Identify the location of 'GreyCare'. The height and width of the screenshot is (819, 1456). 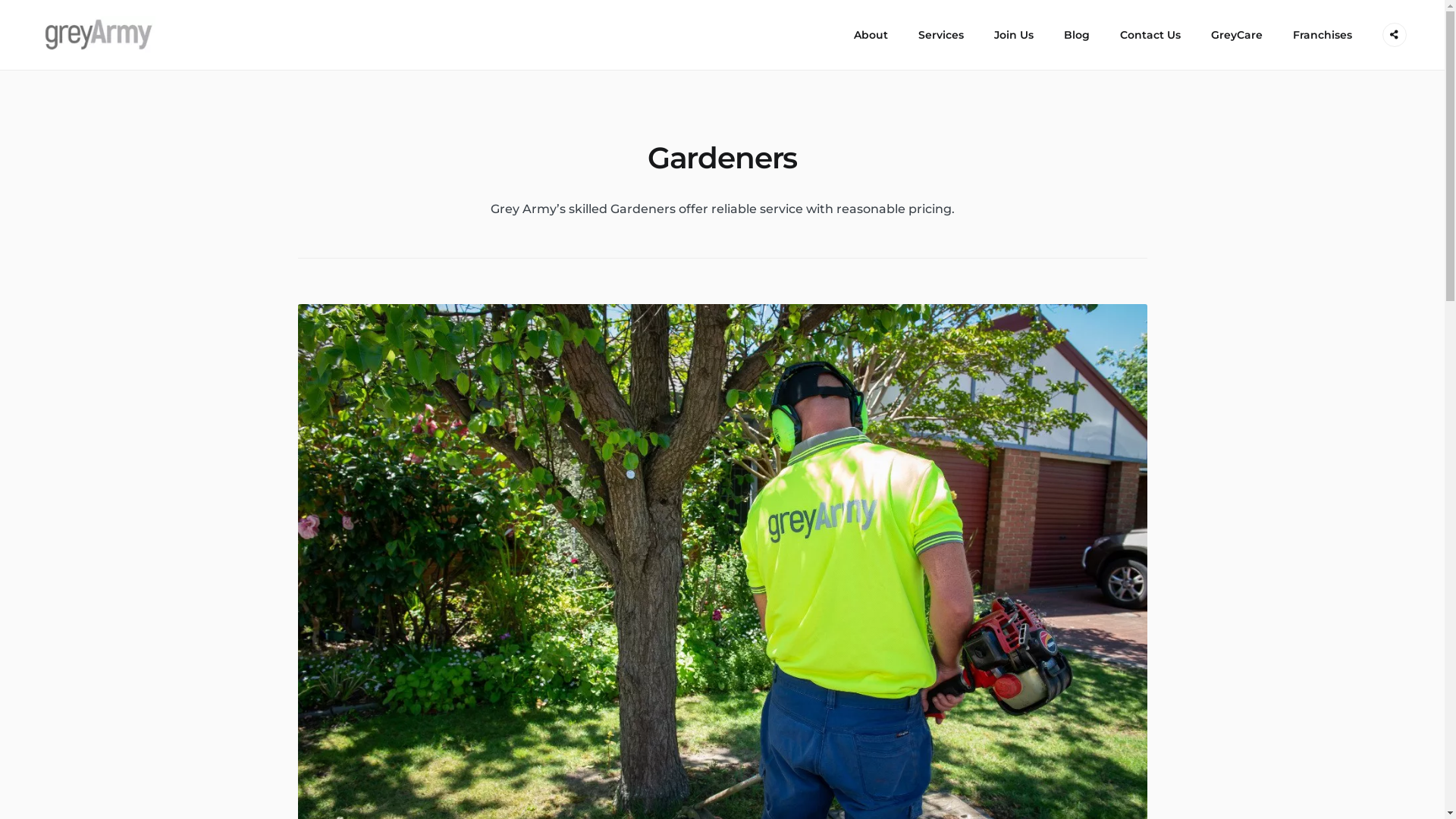
(1195, 34).